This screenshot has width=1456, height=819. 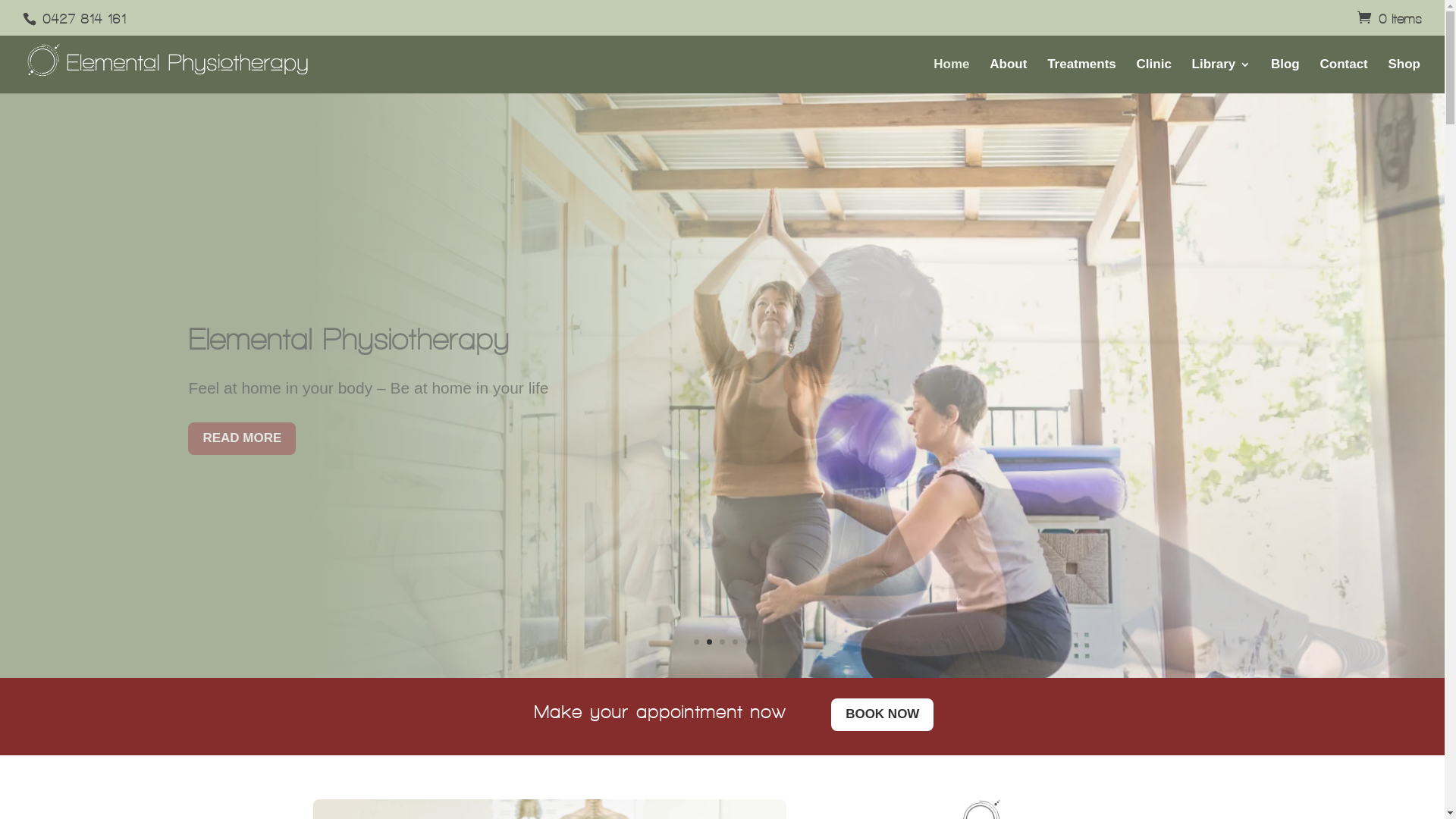 I want to click on 'Elemental Physiotherapy', so click(x=347, y=338).